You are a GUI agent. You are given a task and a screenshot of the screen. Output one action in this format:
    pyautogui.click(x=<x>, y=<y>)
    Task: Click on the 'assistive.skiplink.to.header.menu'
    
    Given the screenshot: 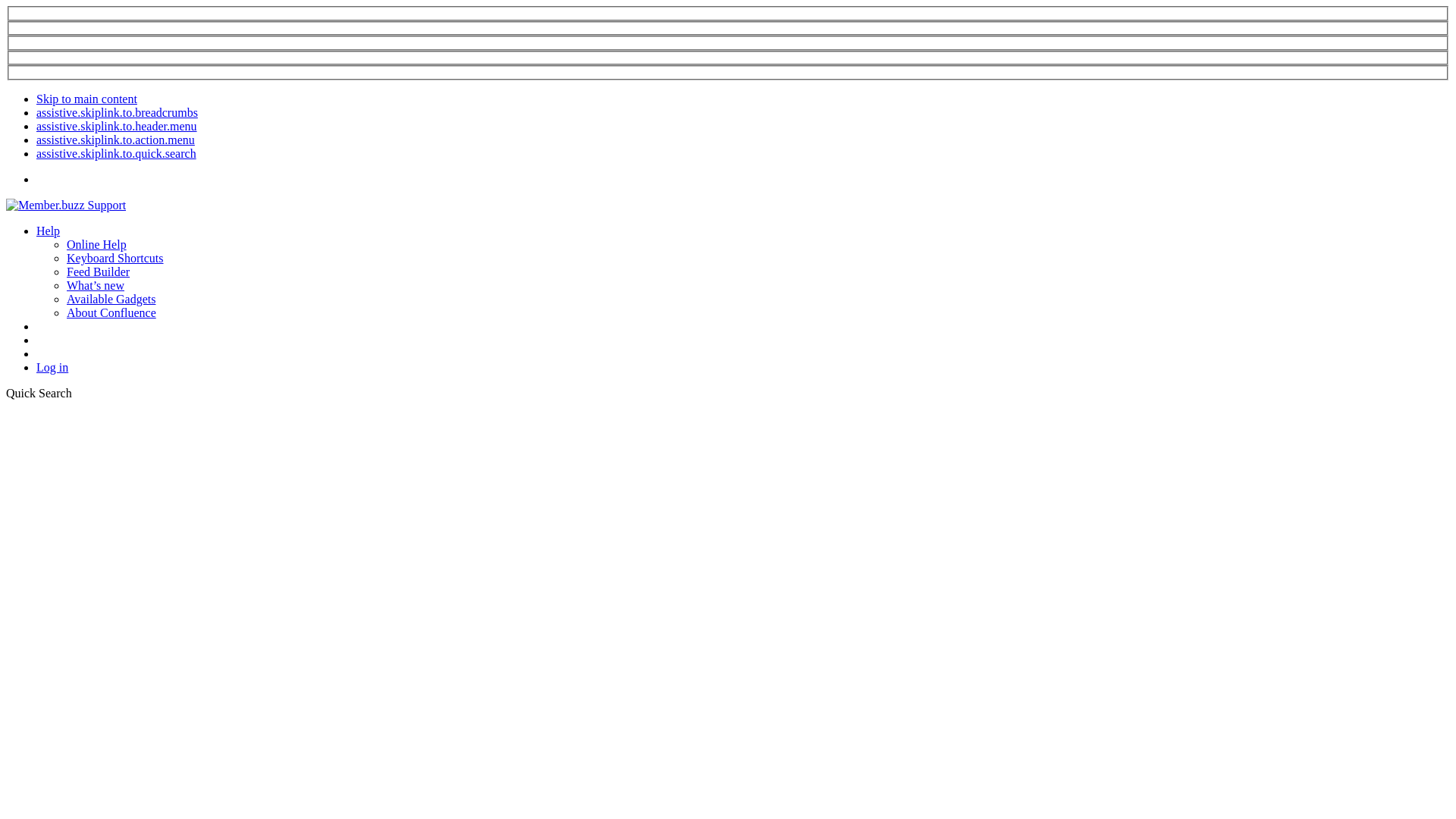 What is the action you would take?
    pyautogui.click(x=115, y=125)
    